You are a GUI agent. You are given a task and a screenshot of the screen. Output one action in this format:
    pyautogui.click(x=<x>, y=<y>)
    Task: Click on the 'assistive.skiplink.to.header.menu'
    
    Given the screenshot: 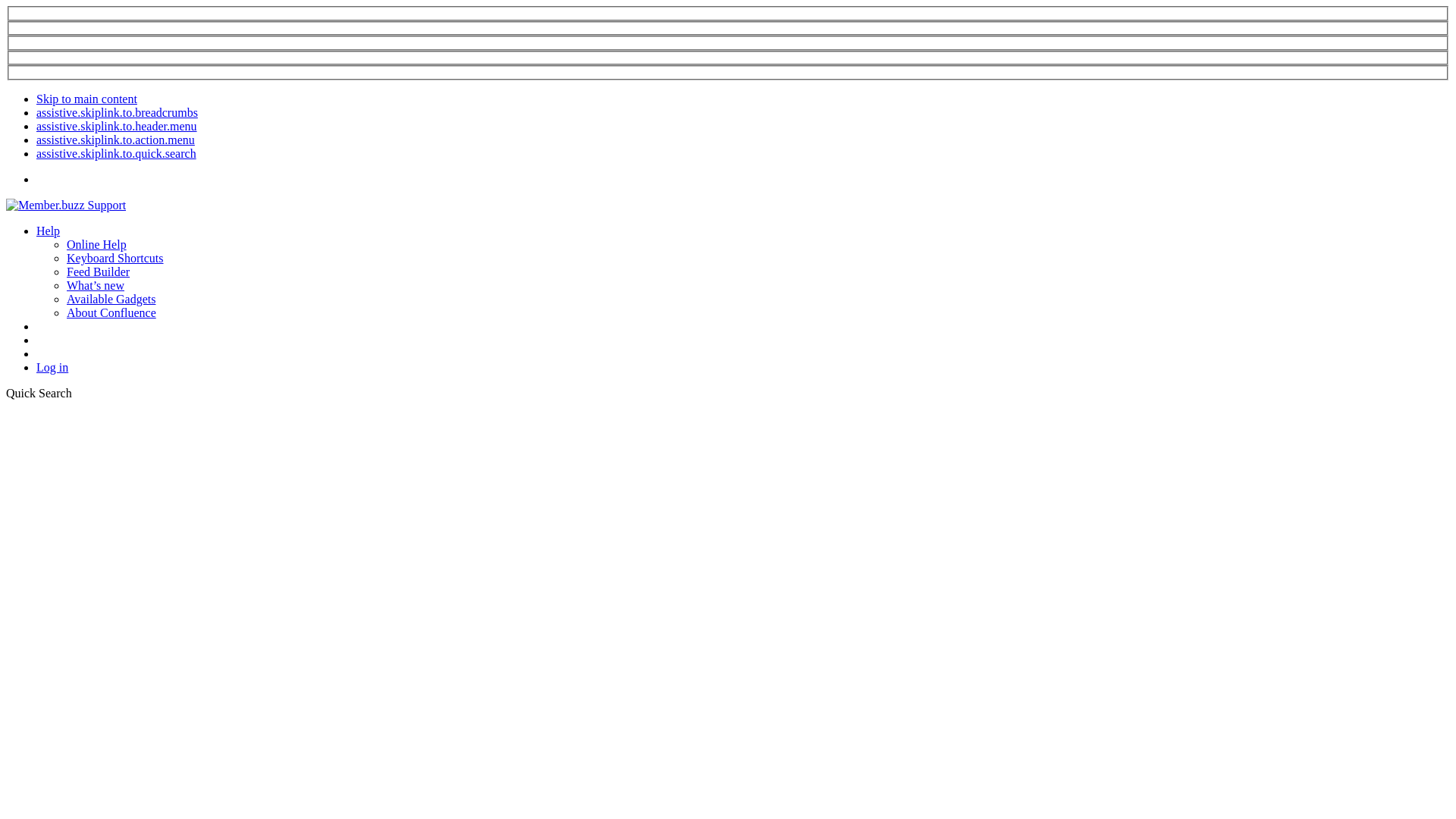 What is the action you would take?
    pyautogui.click(x=115, y=125)
    